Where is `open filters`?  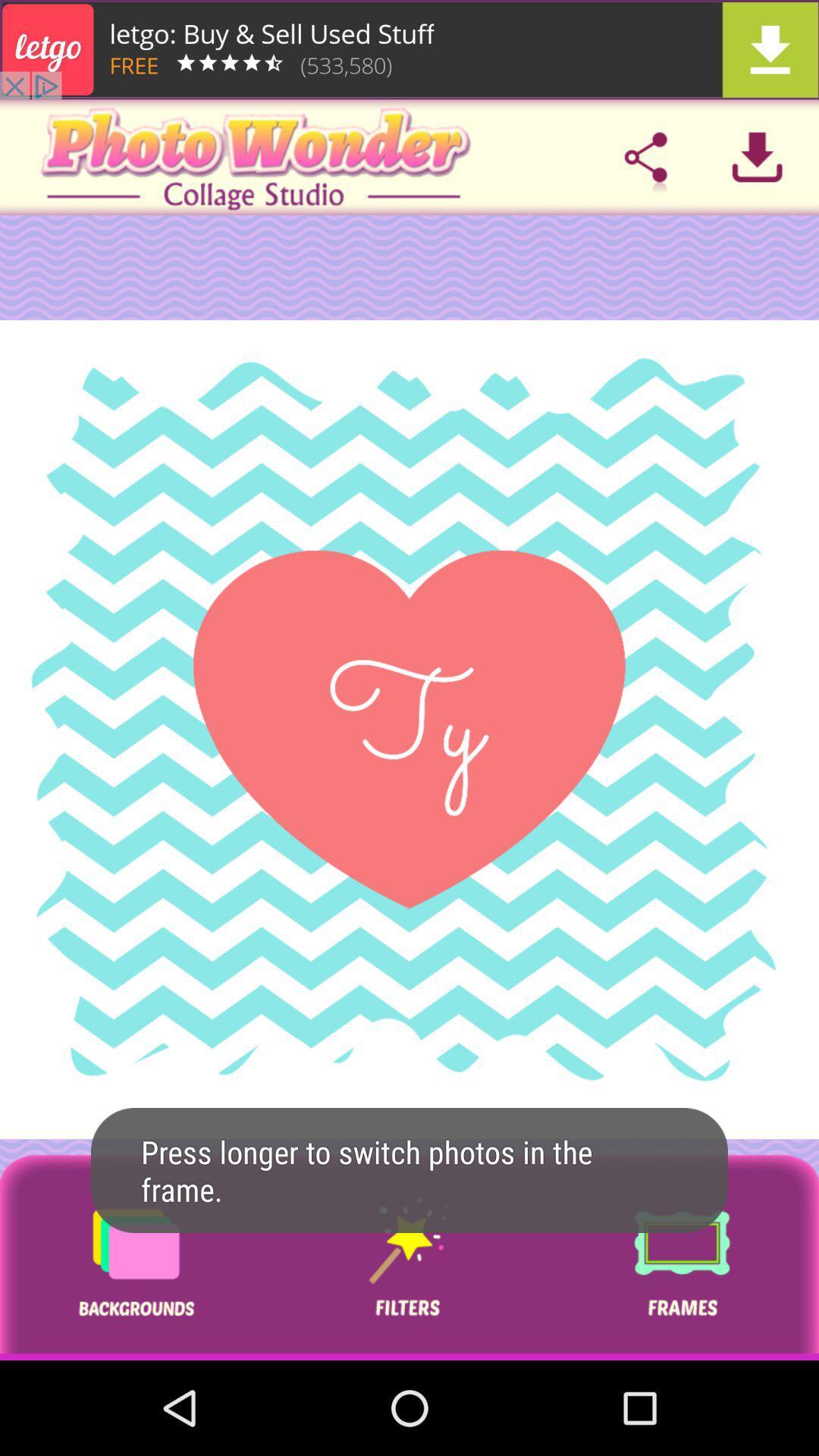
open filters is located at coordinates (408, 1257).